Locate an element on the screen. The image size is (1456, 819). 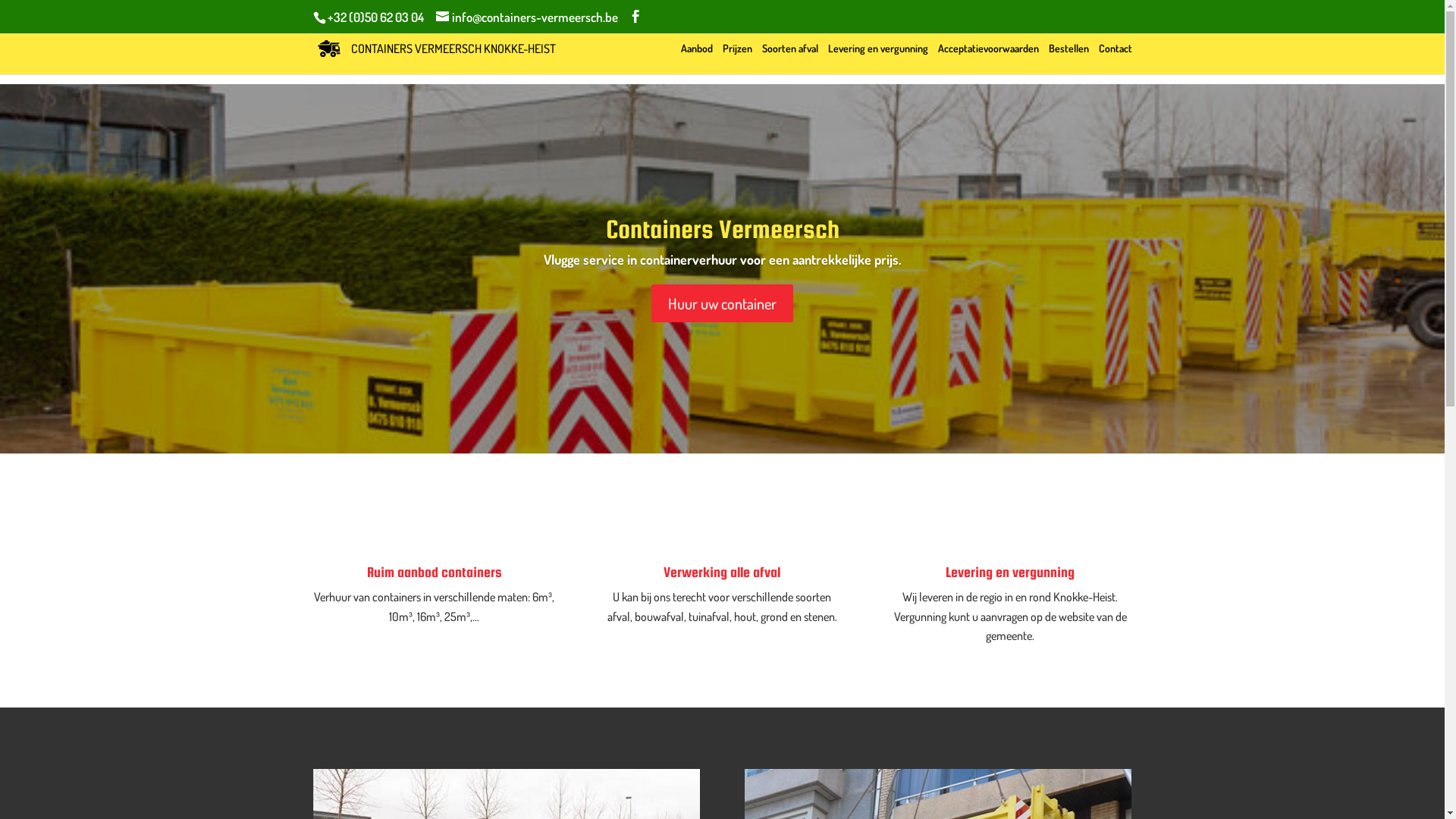
'Acceptatievoorwaarden' is located at coordinates (937, 58).